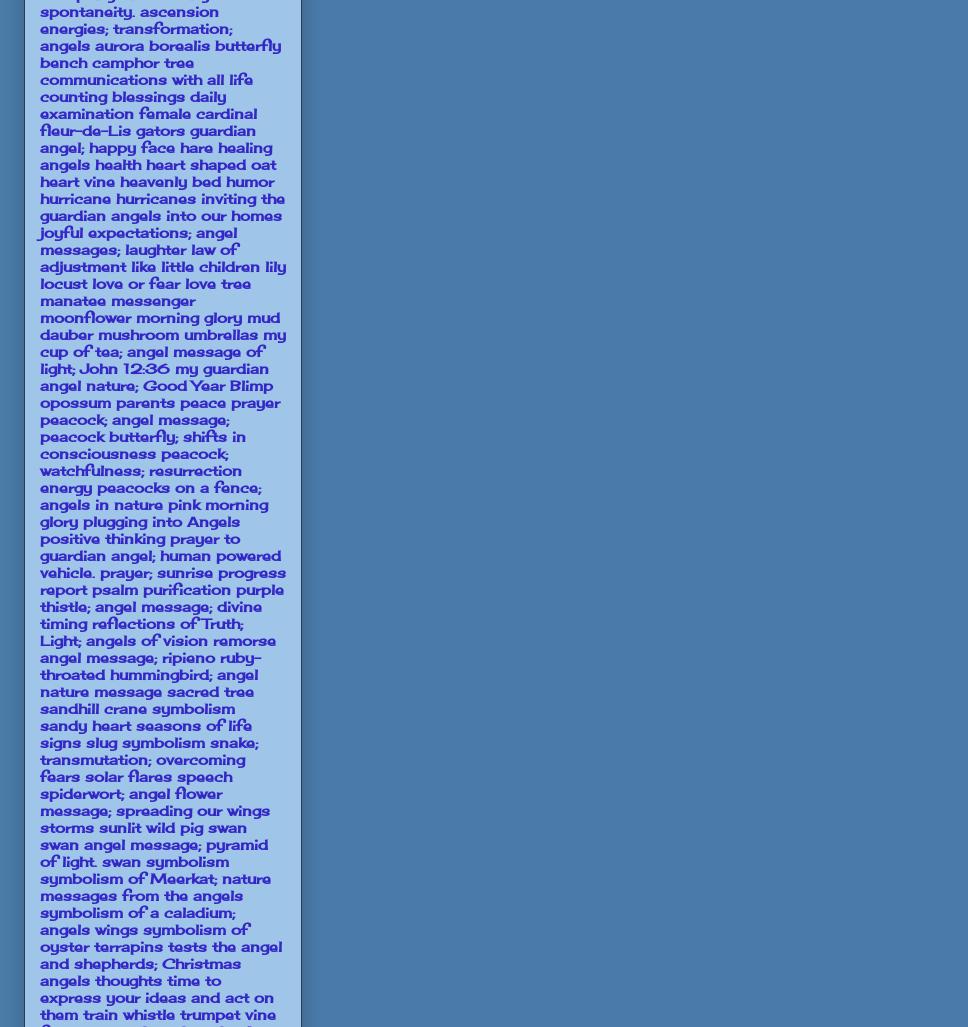 The height and width of the screenshot is (1027, 968). I want to click on 'ascension energies; transformation; angels', so click(135, 27).